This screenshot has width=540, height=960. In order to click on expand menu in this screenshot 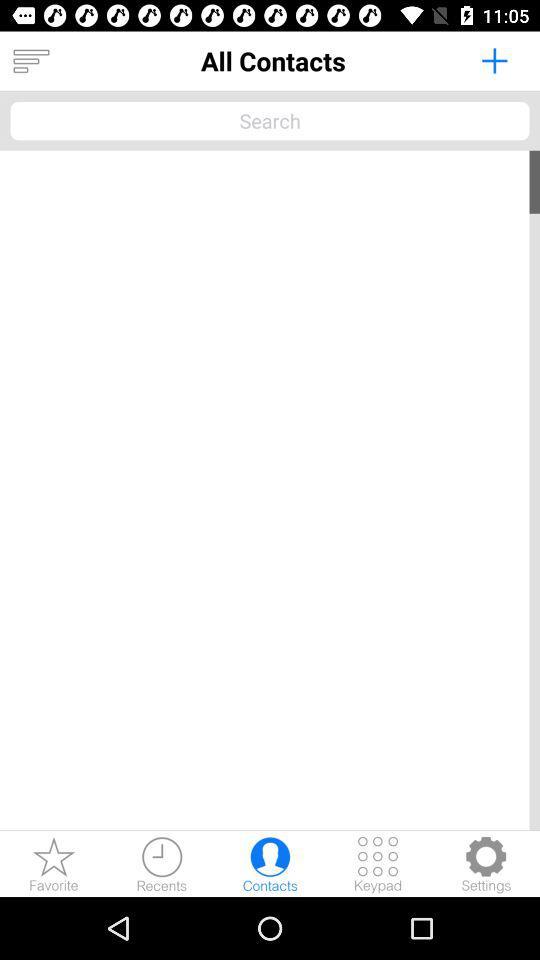, I will do `click(30, 61)`.